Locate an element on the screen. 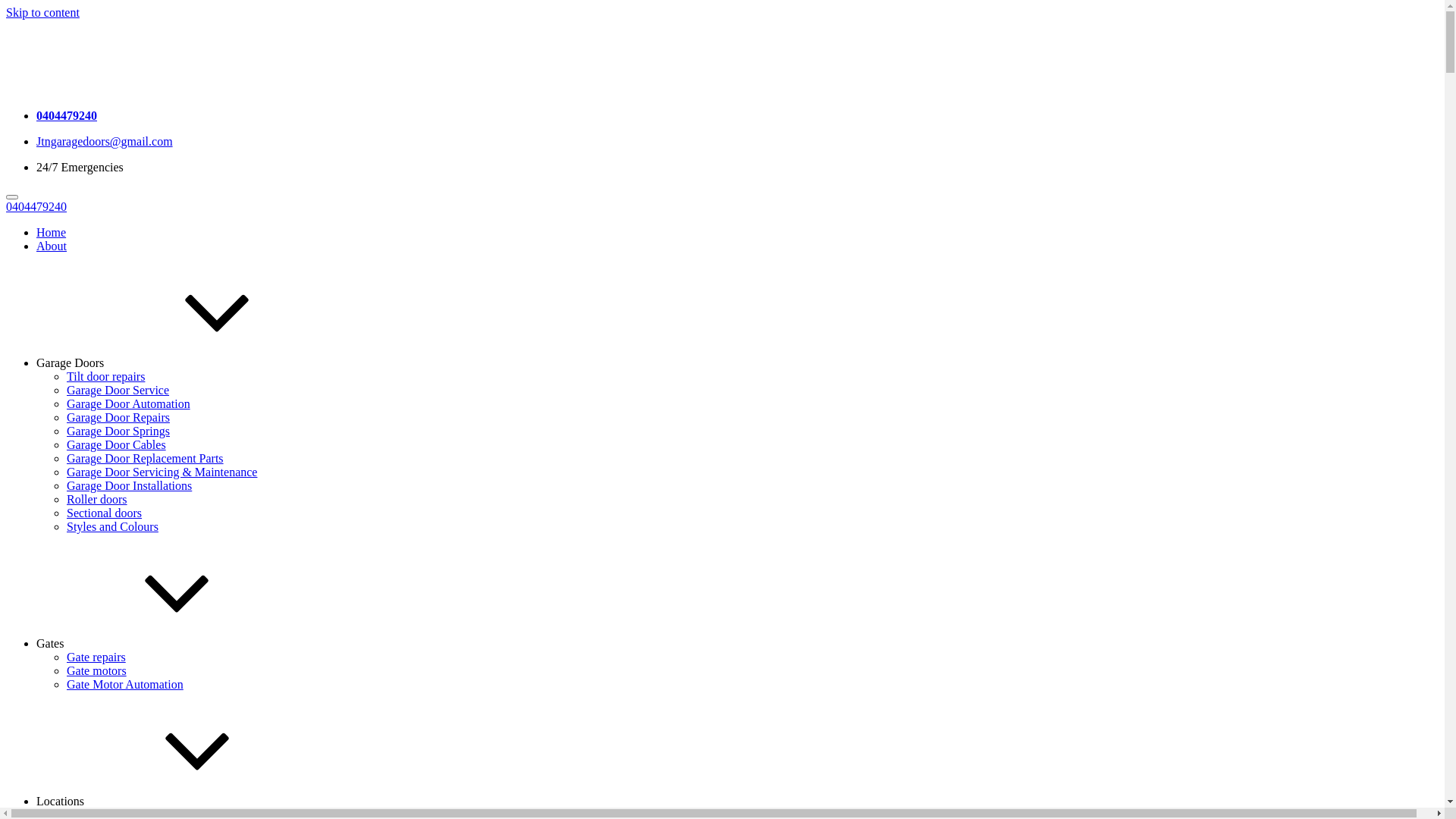 The height and width of the screenshot is (819, 1456). 'Garage Door Cables' is located at coordinates (115, 444).